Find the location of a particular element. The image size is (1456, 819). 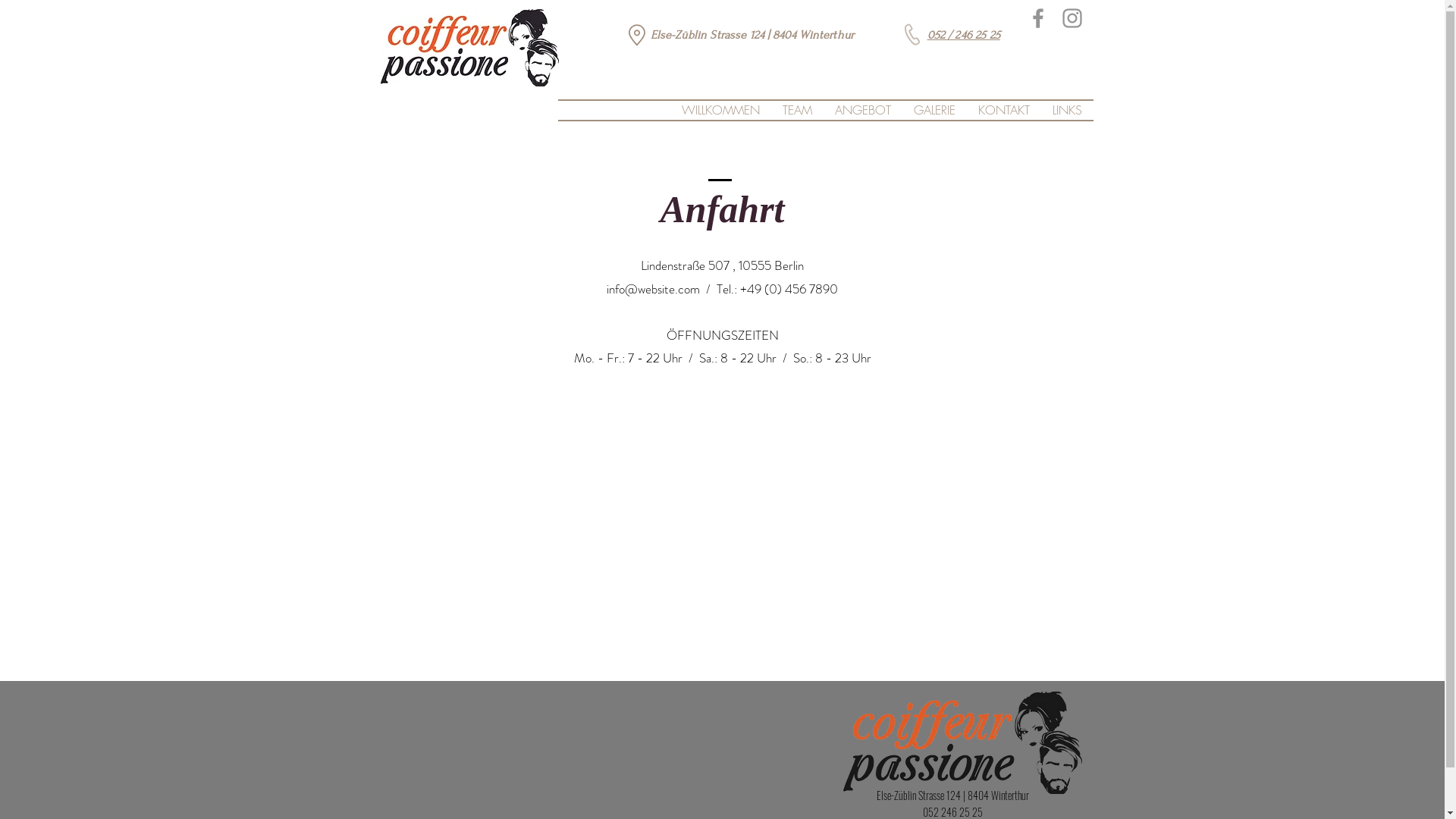

'TEAM' is located at coordinates (795, 109).